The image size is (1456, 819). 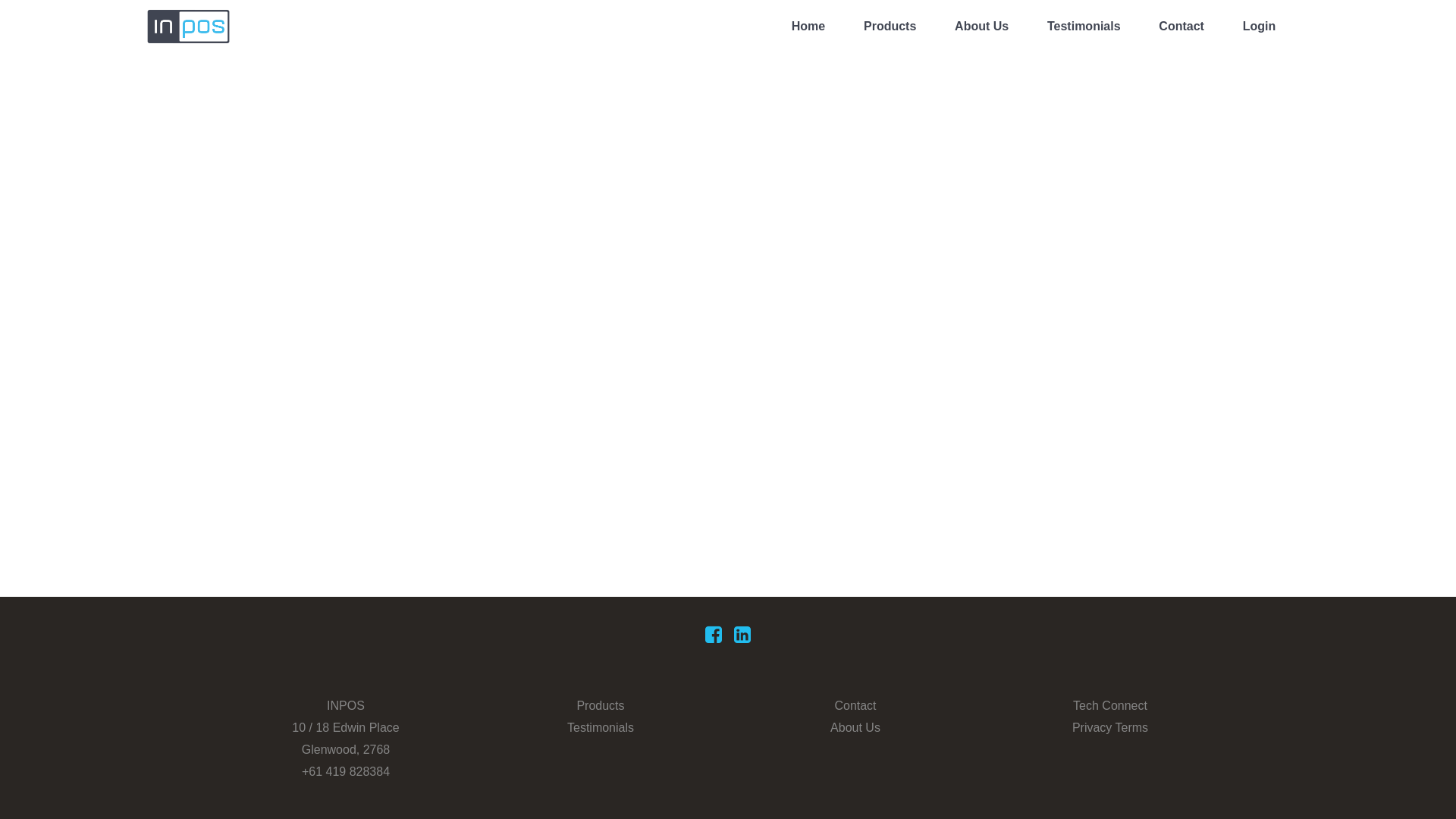 I want to click on 'Login', so click(x=1259, y=26).